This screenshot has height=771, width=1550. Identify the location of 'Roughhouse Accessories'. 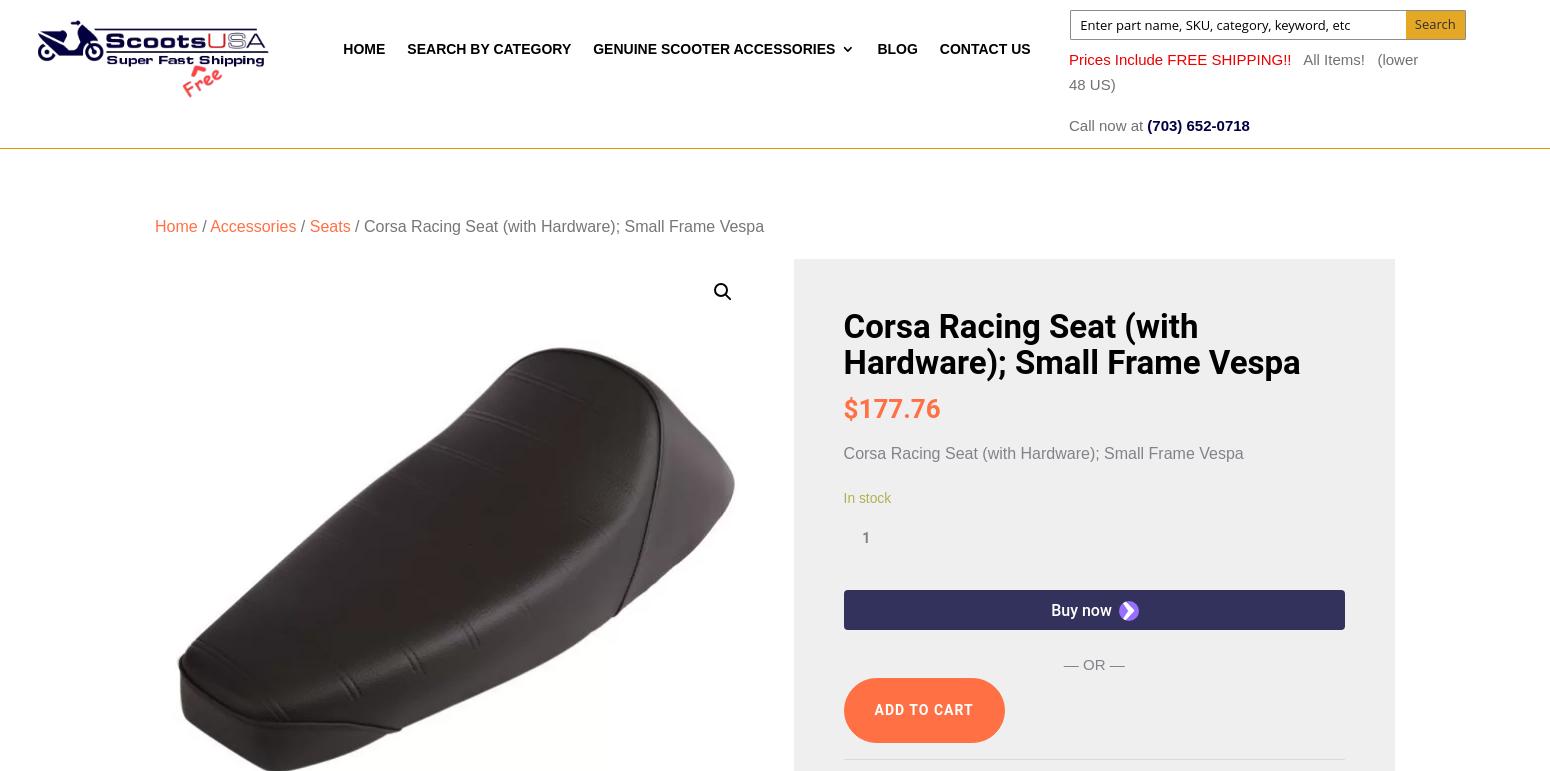
(672, 403).